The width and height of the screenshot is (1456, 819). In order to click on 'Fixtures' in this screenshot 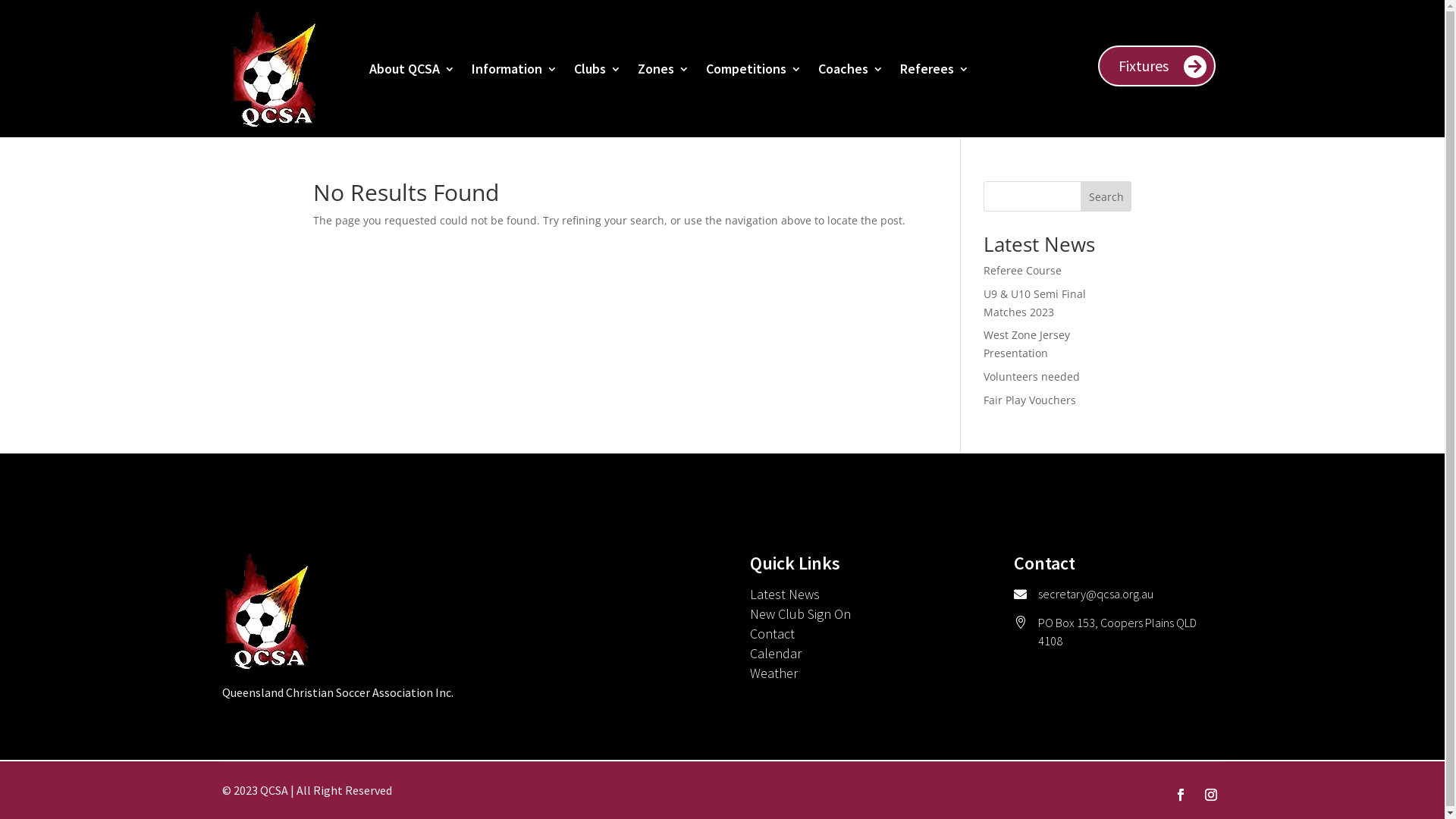, I will do `click(1156, 65)`.